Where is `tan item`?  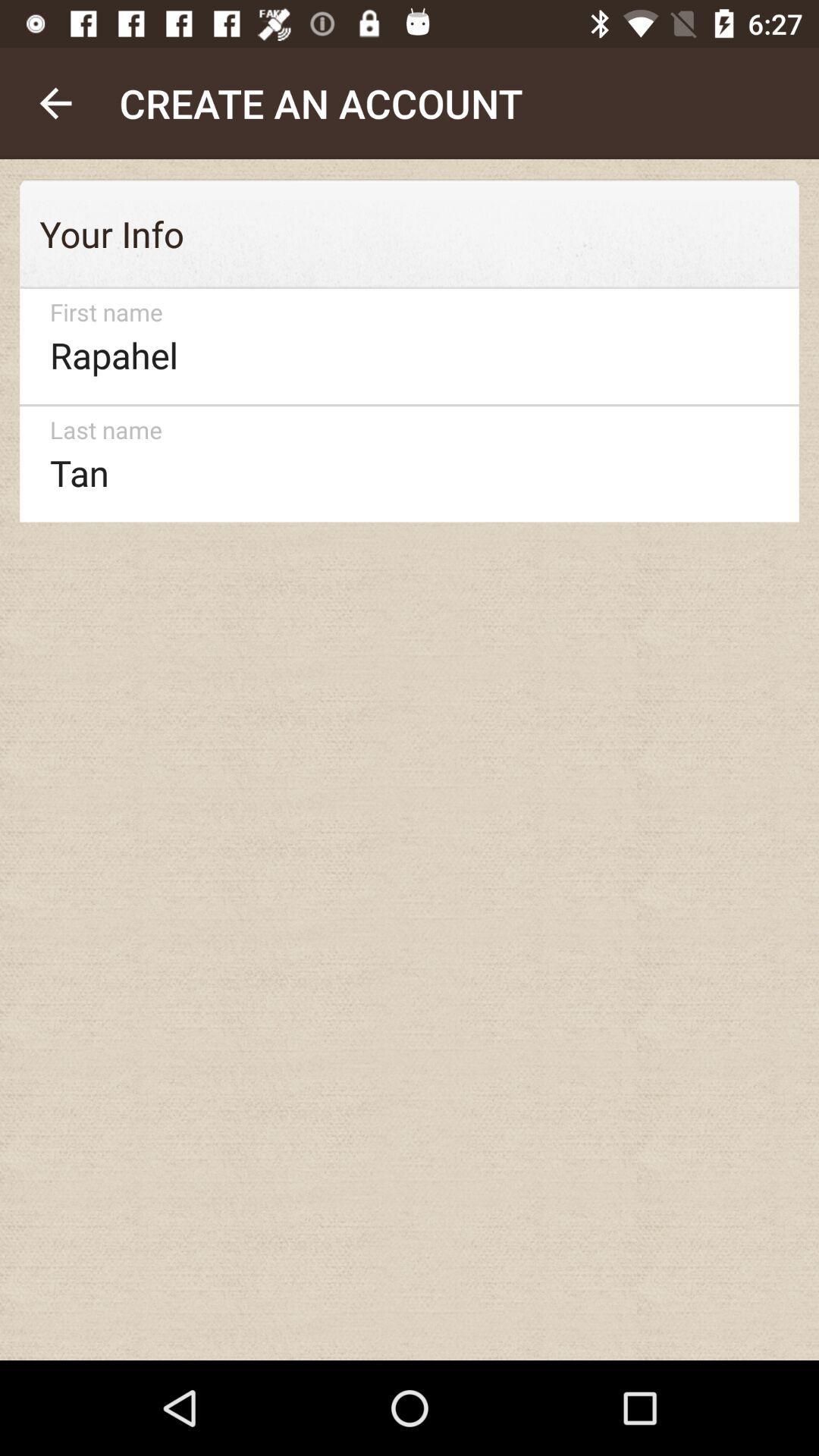 tan item is located at coordinates (402, 463).